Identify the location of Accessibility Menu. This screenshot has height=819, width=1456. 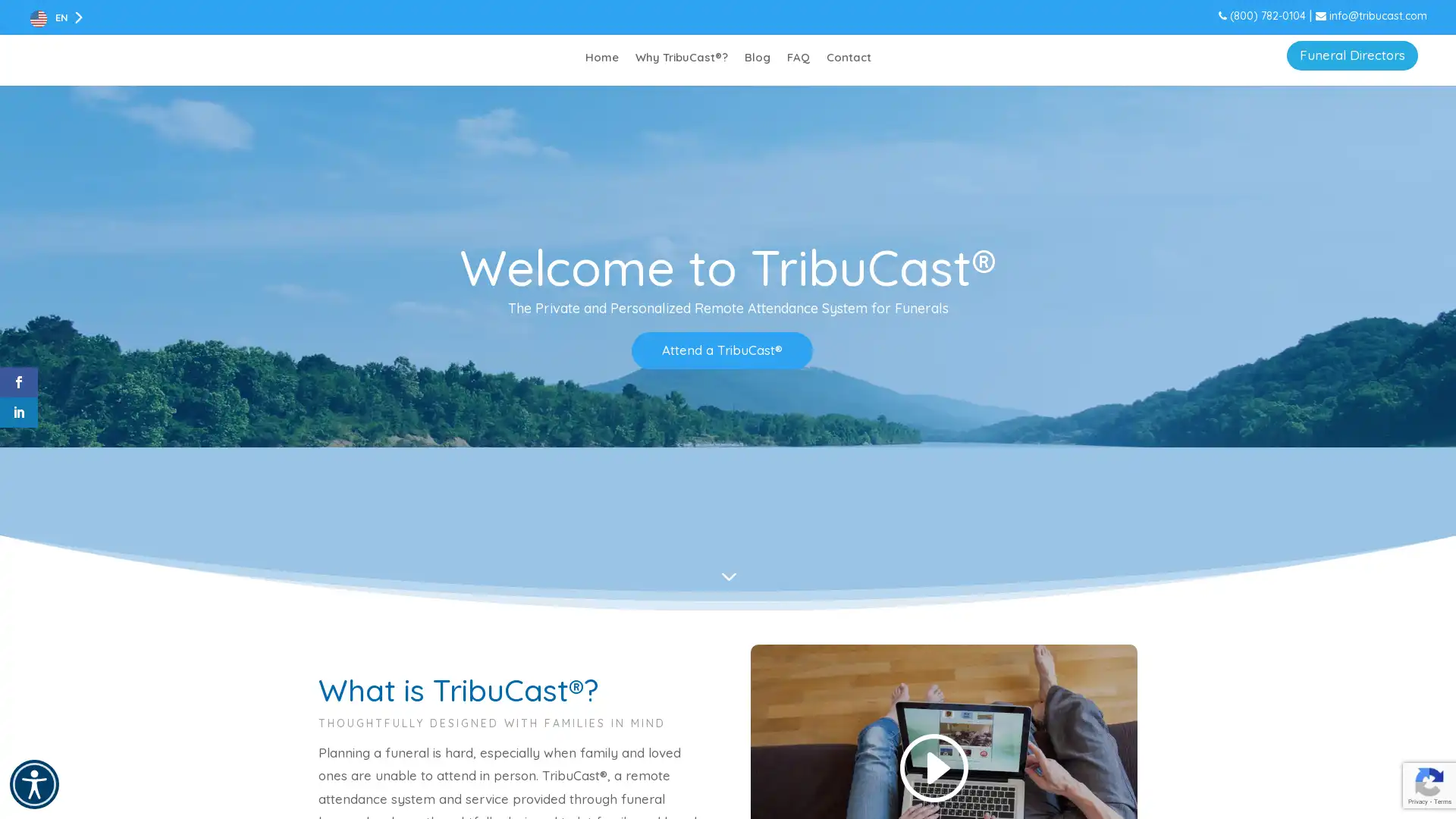
(34, 784).